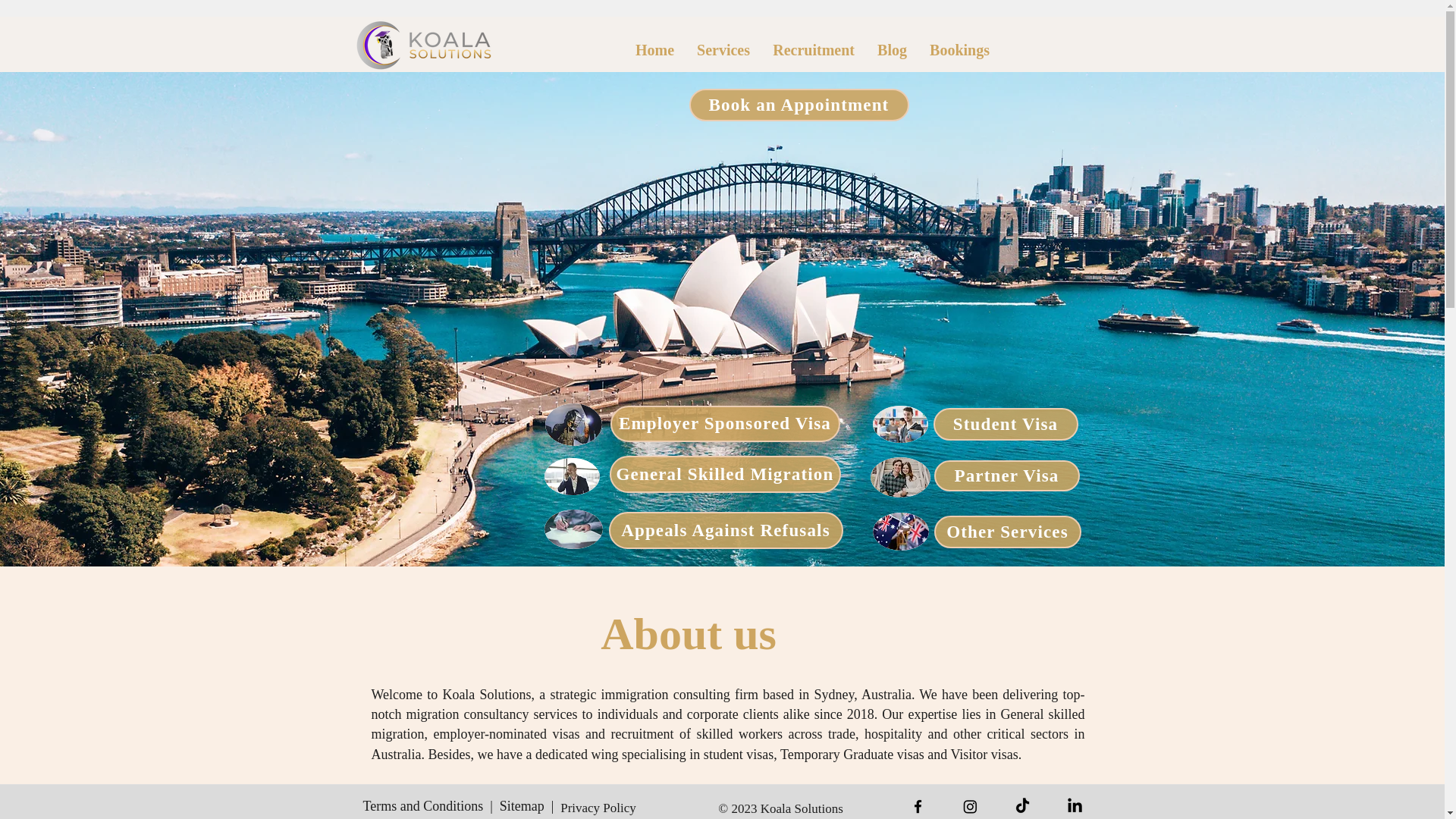 The width and height of the screenshot is (1456, 819). Describe the element at coordinates (527, 805) in the screenshot. I see `'Sitemap  |'` at that location.